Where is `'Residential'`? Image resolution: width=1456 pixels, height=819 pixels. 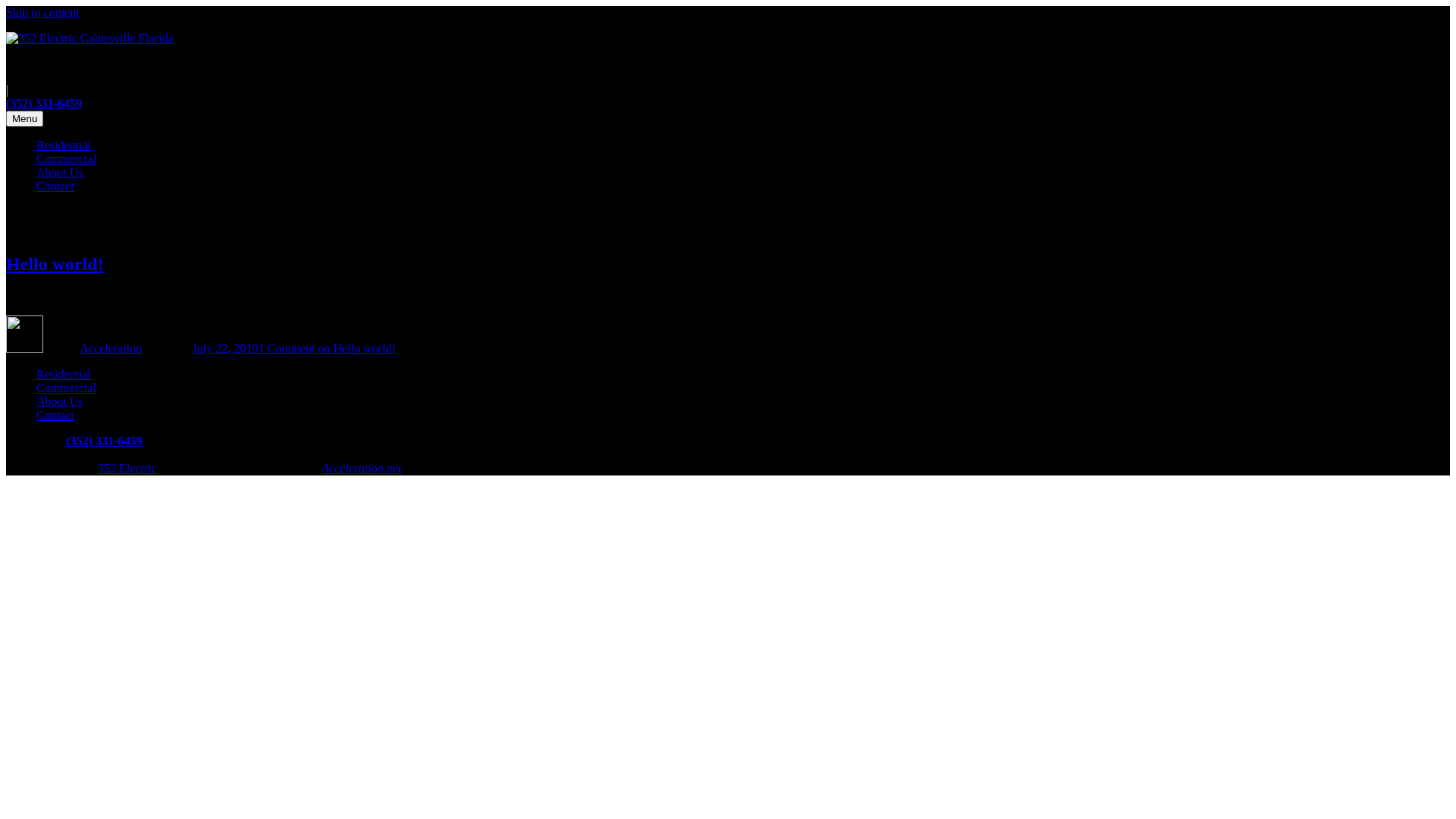
'Residential' is located at coordinates (62, 374).